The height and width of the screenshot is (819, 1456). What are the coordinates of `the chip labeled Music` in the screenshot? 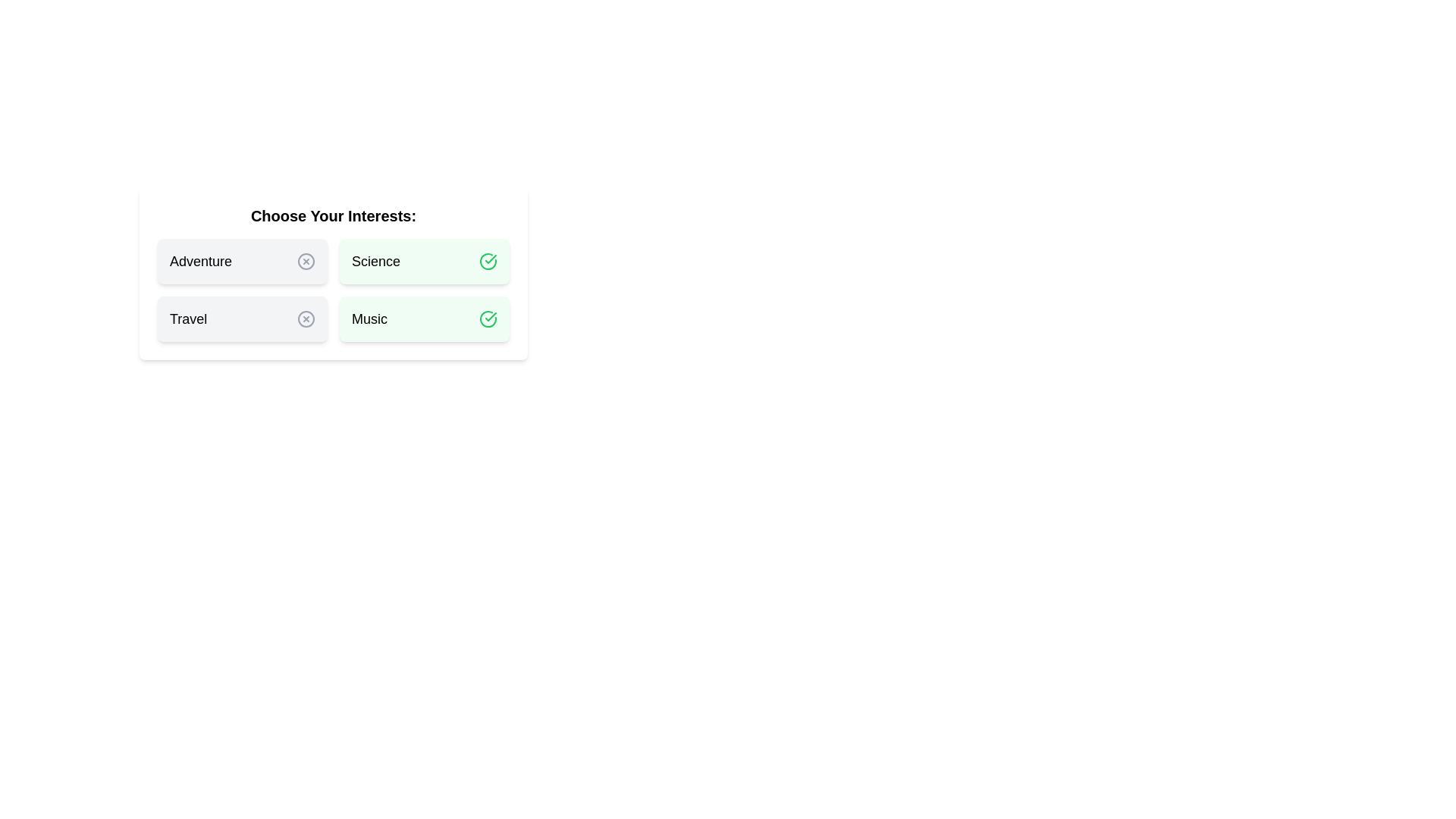 It's located at (425, 318).